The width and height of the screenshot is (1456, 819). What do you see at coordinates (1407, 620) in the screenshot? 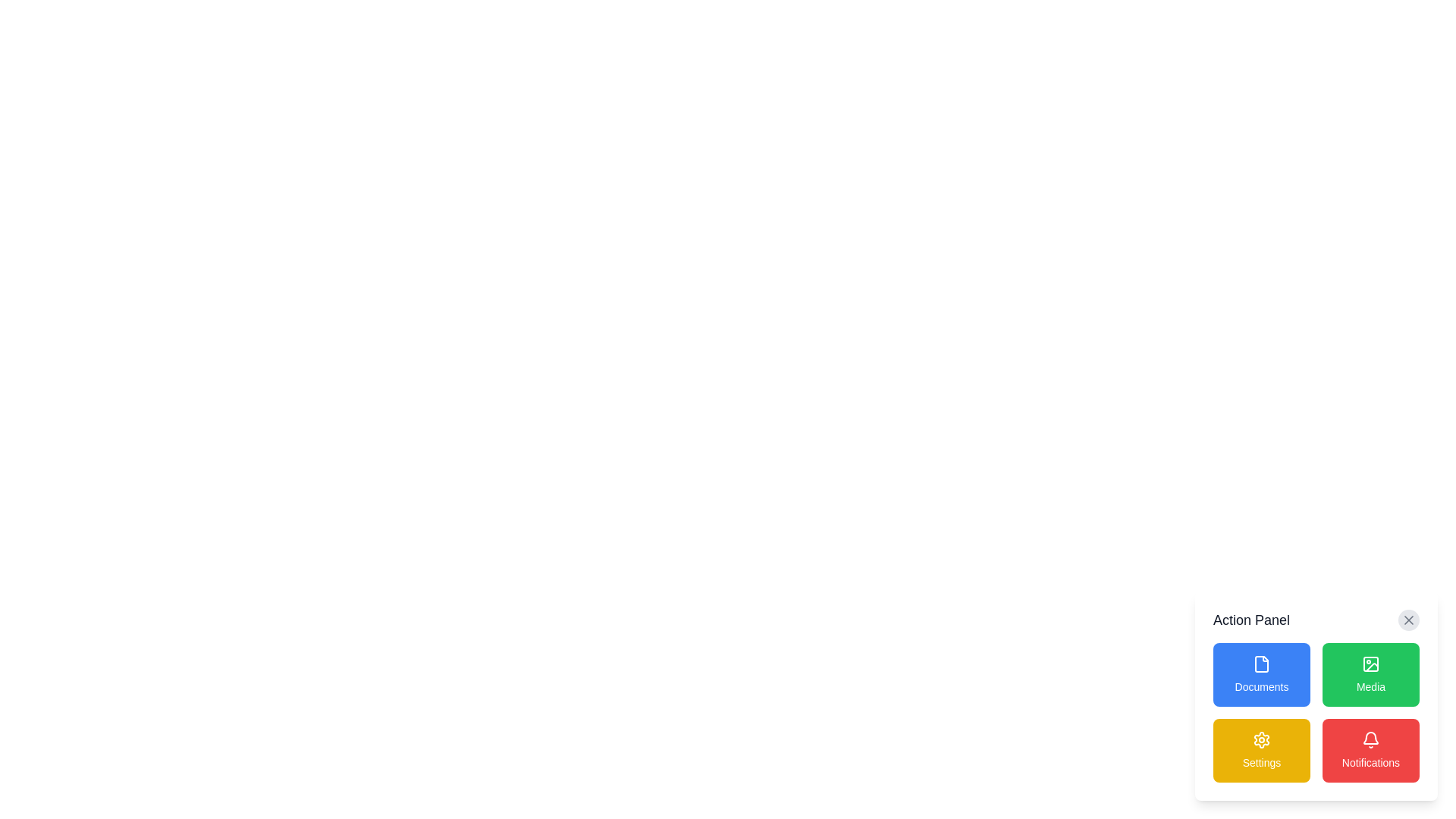
I see `the Close button, which is represented by a small 'X' shape icon within a rounded background at the top-right corner of the Action Panel` at bounding box center [1407, 620].